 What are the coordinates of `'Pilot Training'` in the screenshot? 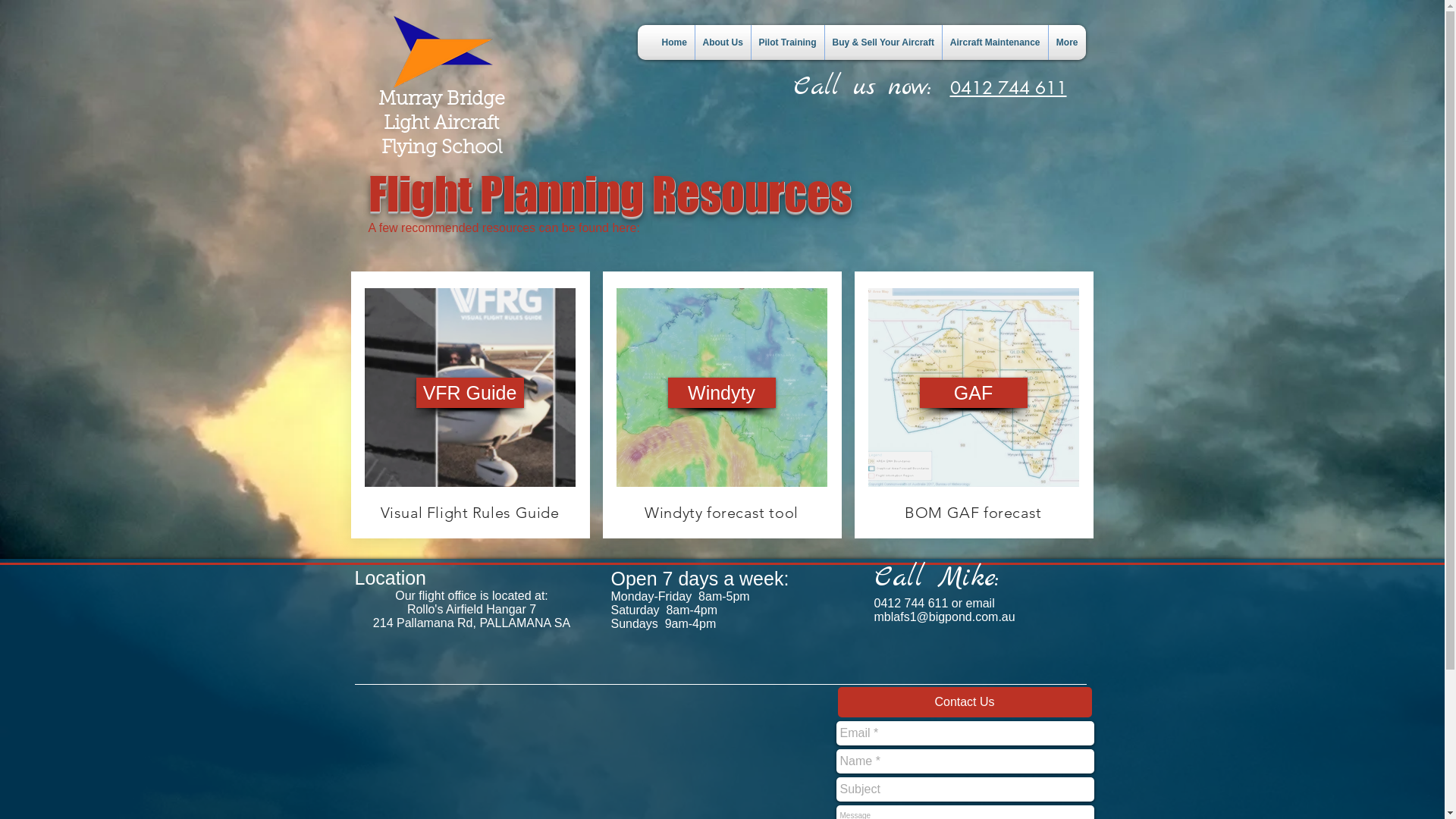 It's located at (786, 42).